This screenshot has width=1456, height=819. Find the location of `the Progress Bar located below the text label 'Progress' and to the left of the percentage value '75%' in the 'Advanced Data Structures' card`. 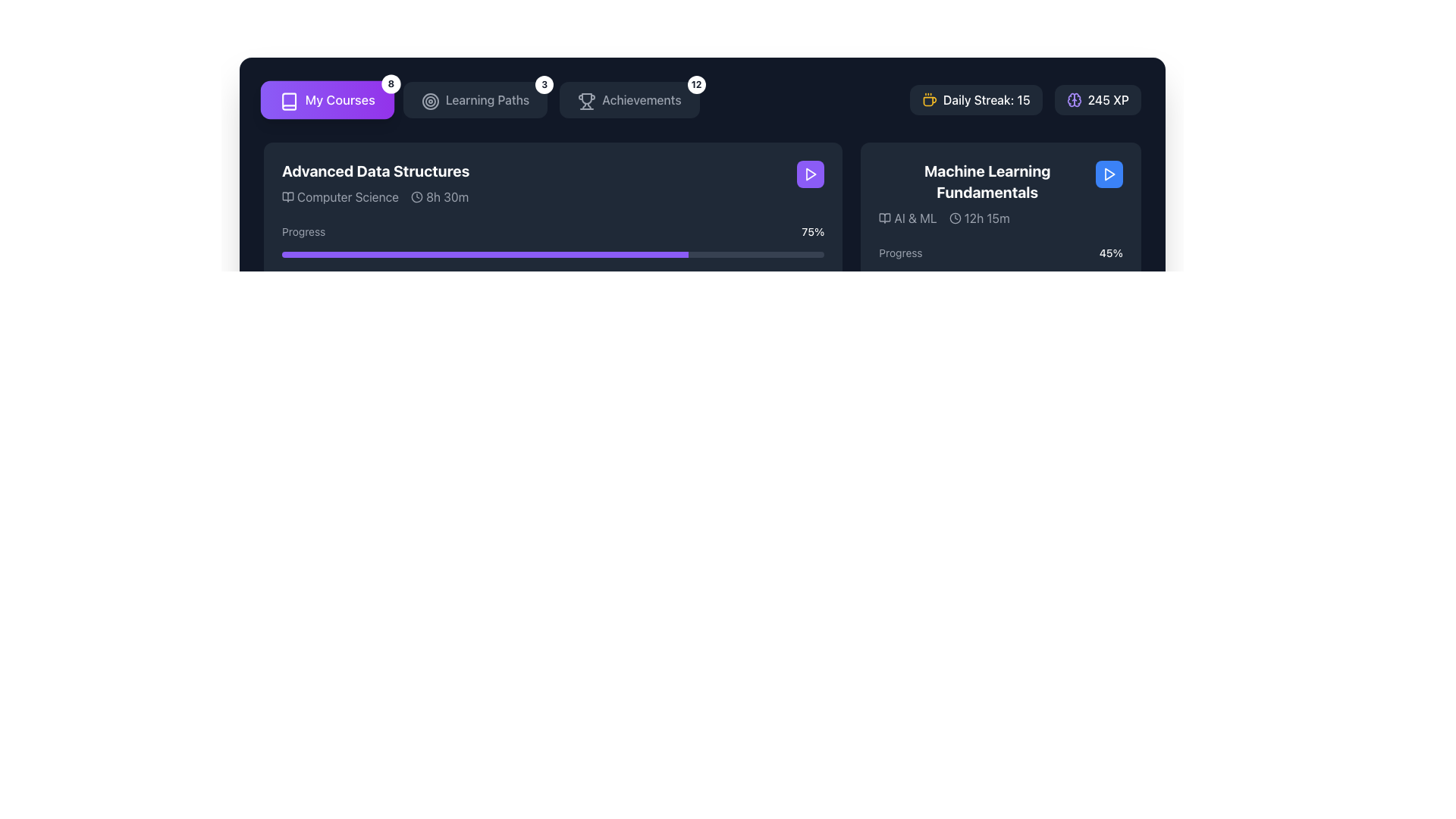

the Progress Bar located below the text label 'Progress' and to the left of the percentage value '75%' in the 'Advanced Data Structures' card is located at coordinates (552, 253).